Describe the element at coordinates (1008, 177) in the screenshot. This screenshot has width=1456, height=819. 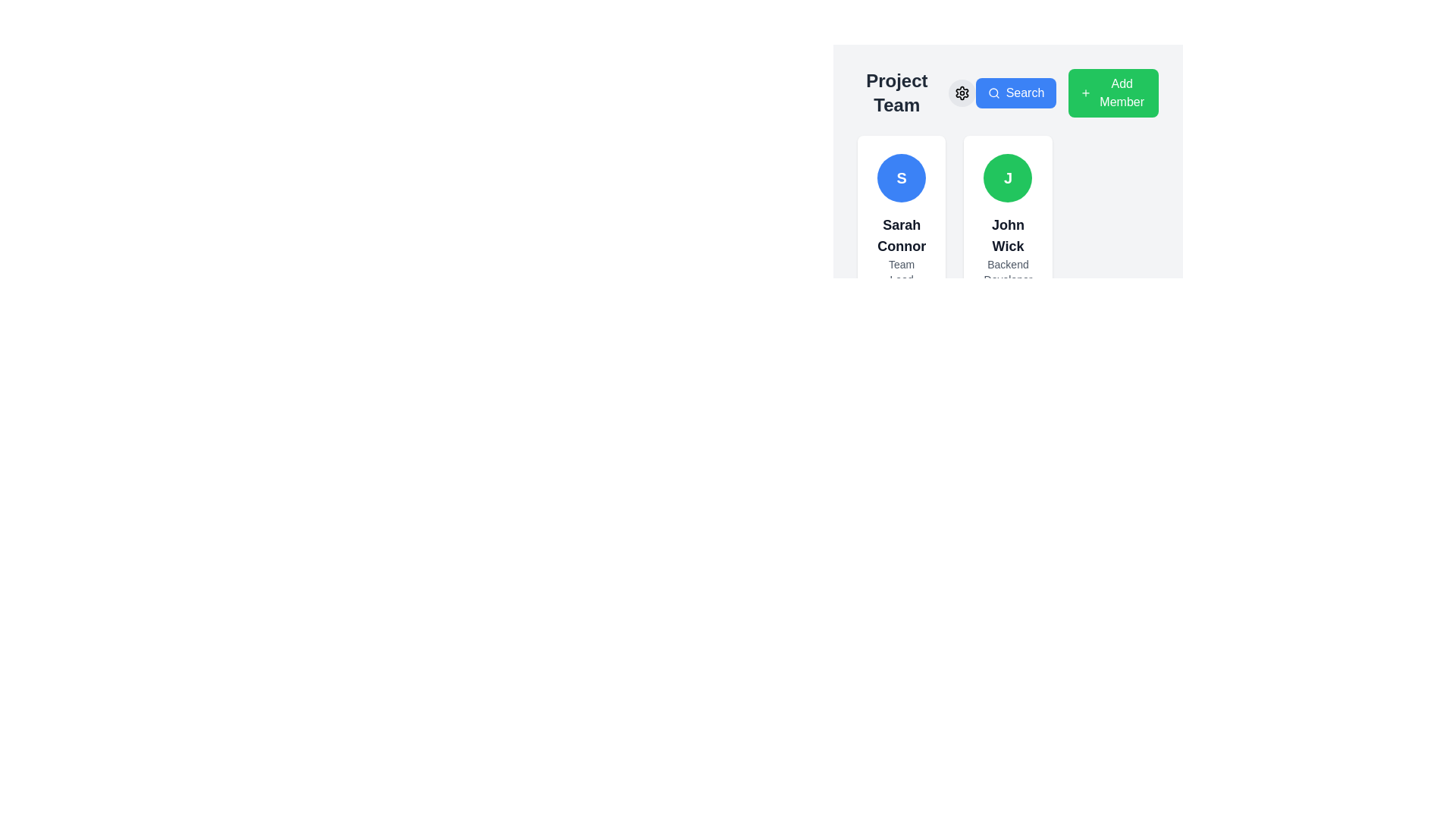
I see `the avatar representing 'John' at the top-center of the card for 'John Wick', which serves as a visual identification for the user` at that location.